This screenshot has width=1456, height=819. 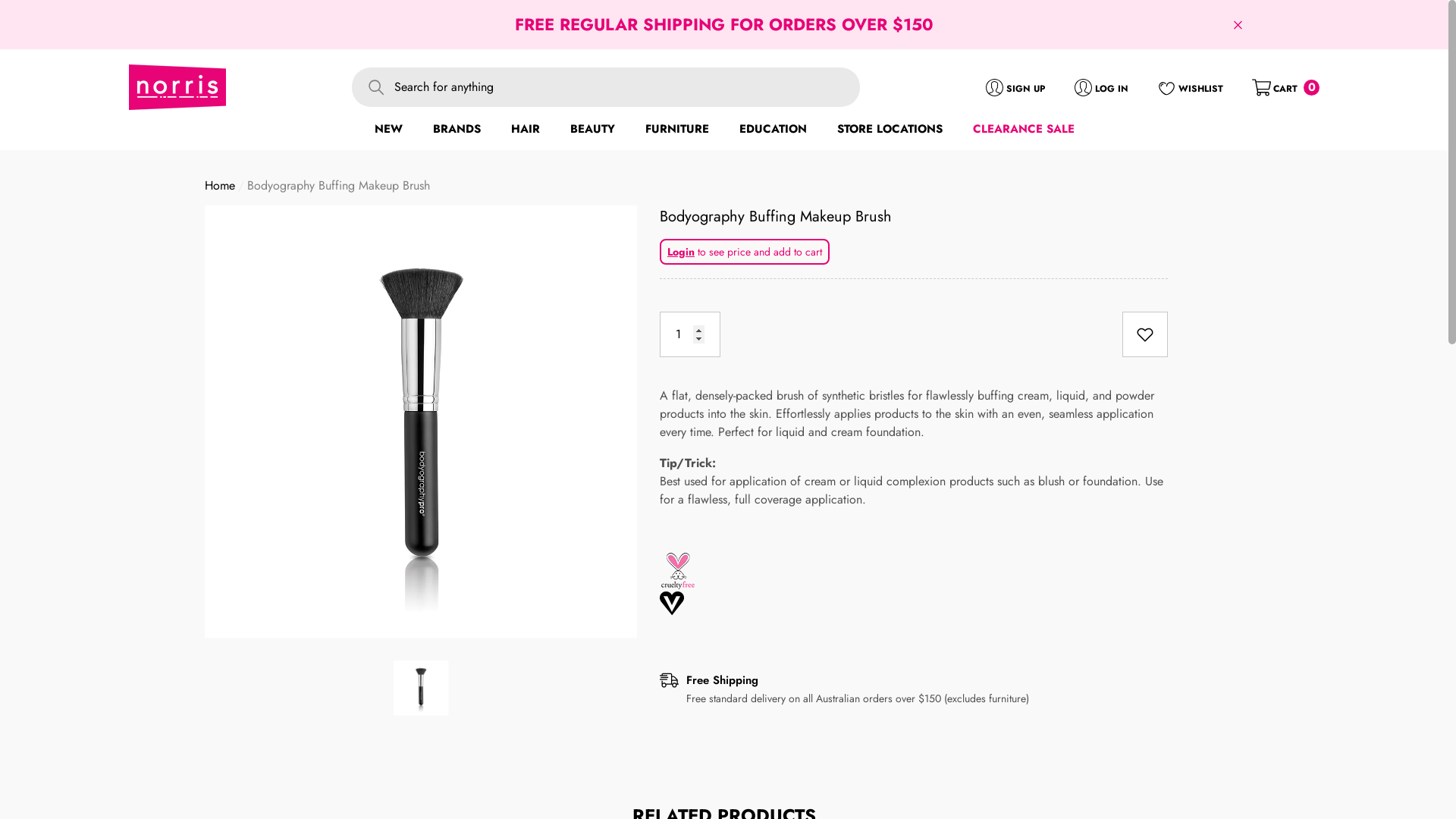 What do you see at coordinates (679, 250) in the screenshot?
I see `'Login'` at bounding box center [679, 250].